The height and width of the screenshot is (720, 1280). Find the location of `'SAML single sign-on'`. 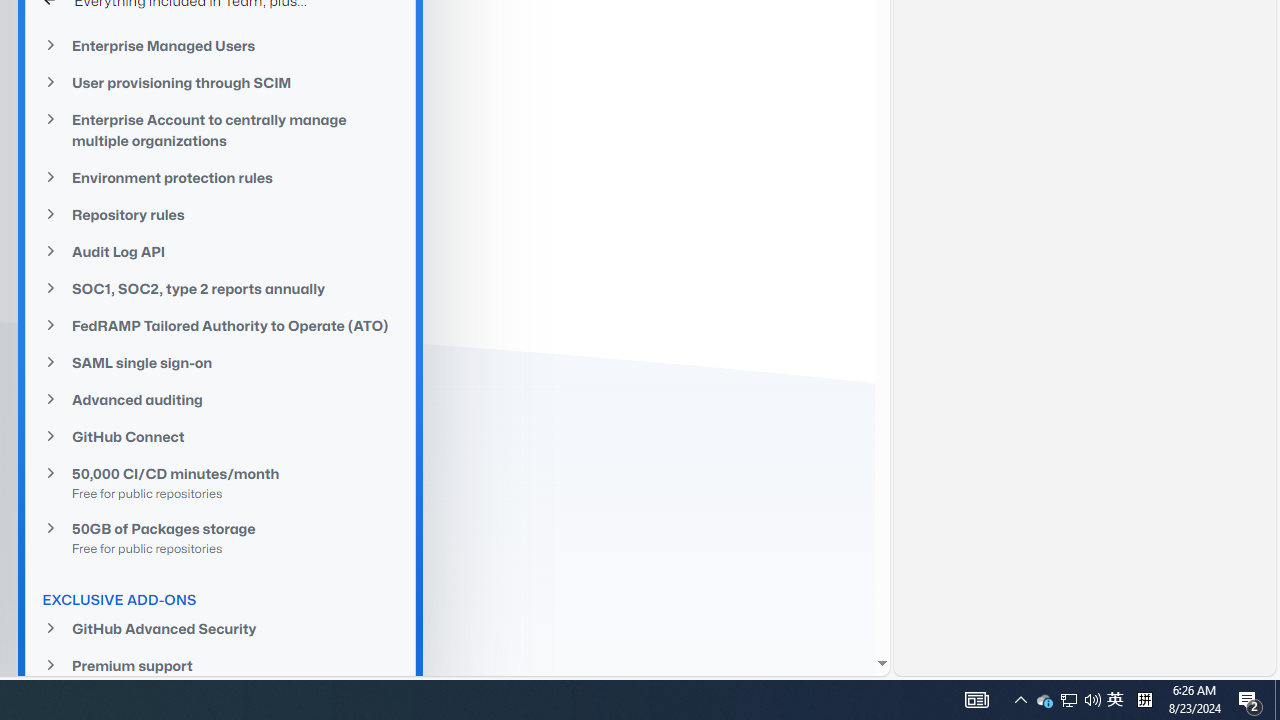

'SAML single sign-on' is located at coordinates (220, 362).